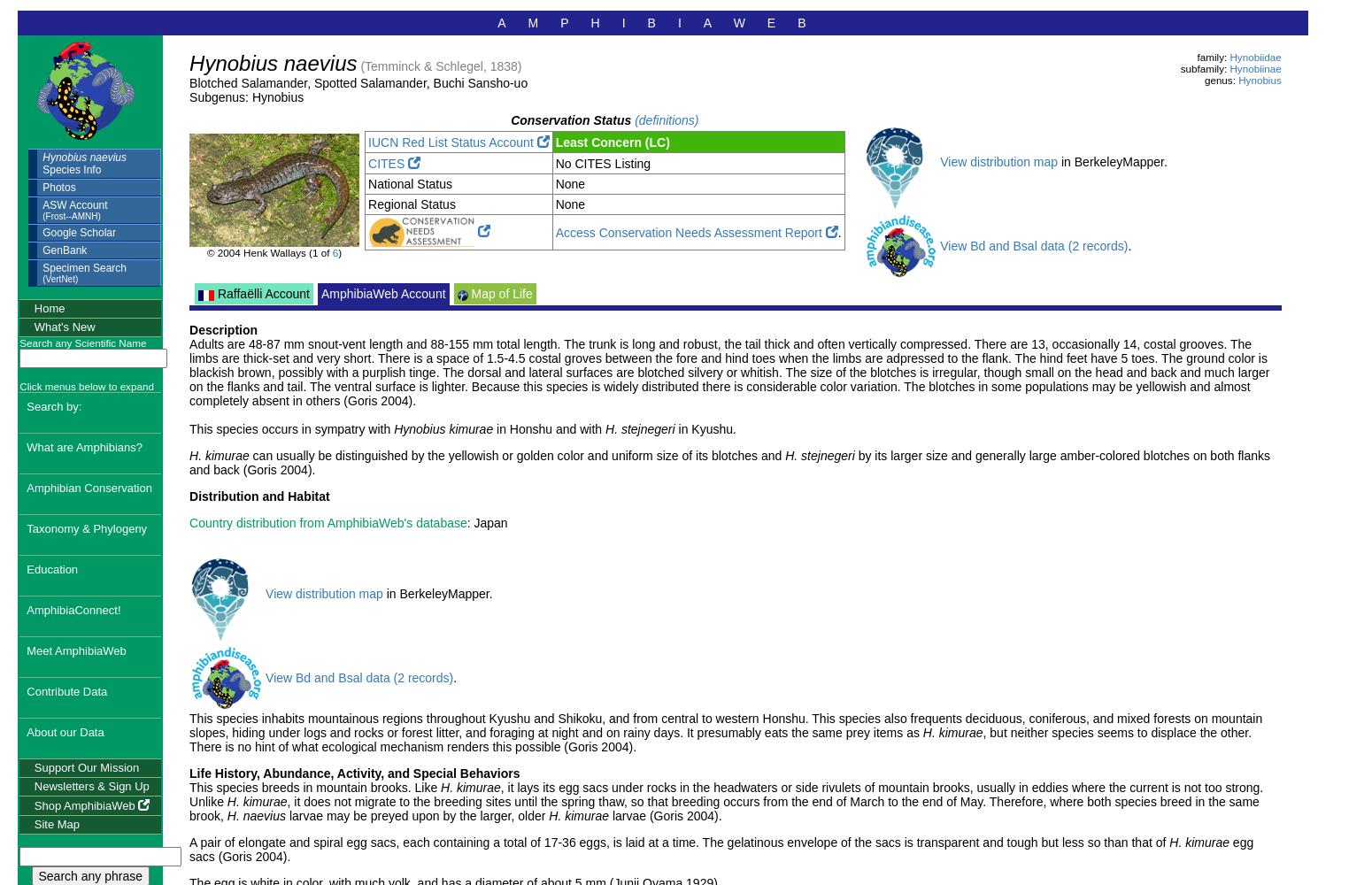 Image resolution: width=1372 pixels, height=885 pixels. I want to click on 'Google Scholar', so click(78, 232).